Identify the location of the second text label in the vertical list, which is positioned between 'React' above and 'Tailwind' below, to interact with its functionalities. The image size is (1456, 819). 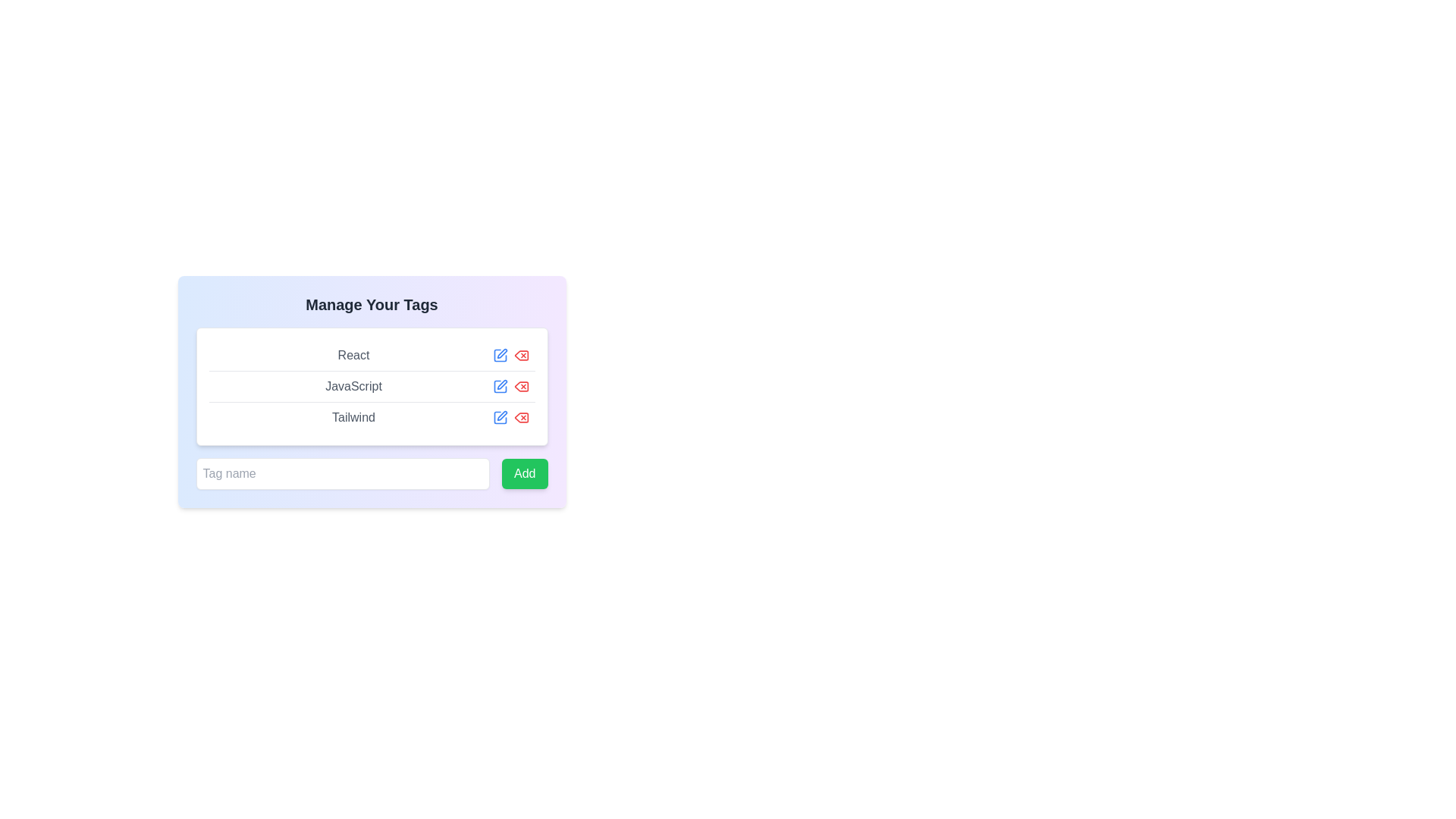
(372, 391).